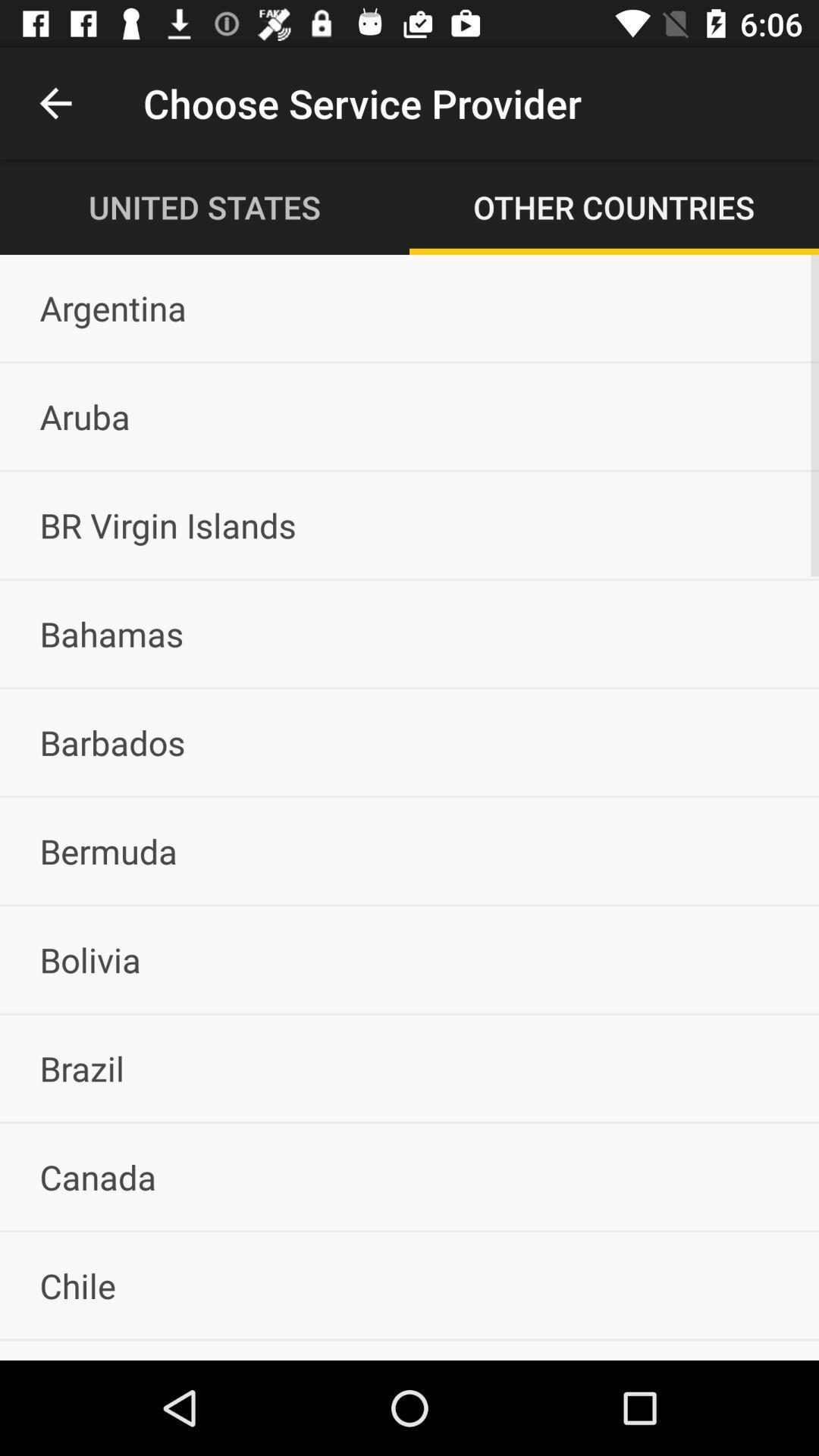 Image resolution: width=819 pixels, height=1456 pixels. I want to click on the aruba item, so click(409, 416).